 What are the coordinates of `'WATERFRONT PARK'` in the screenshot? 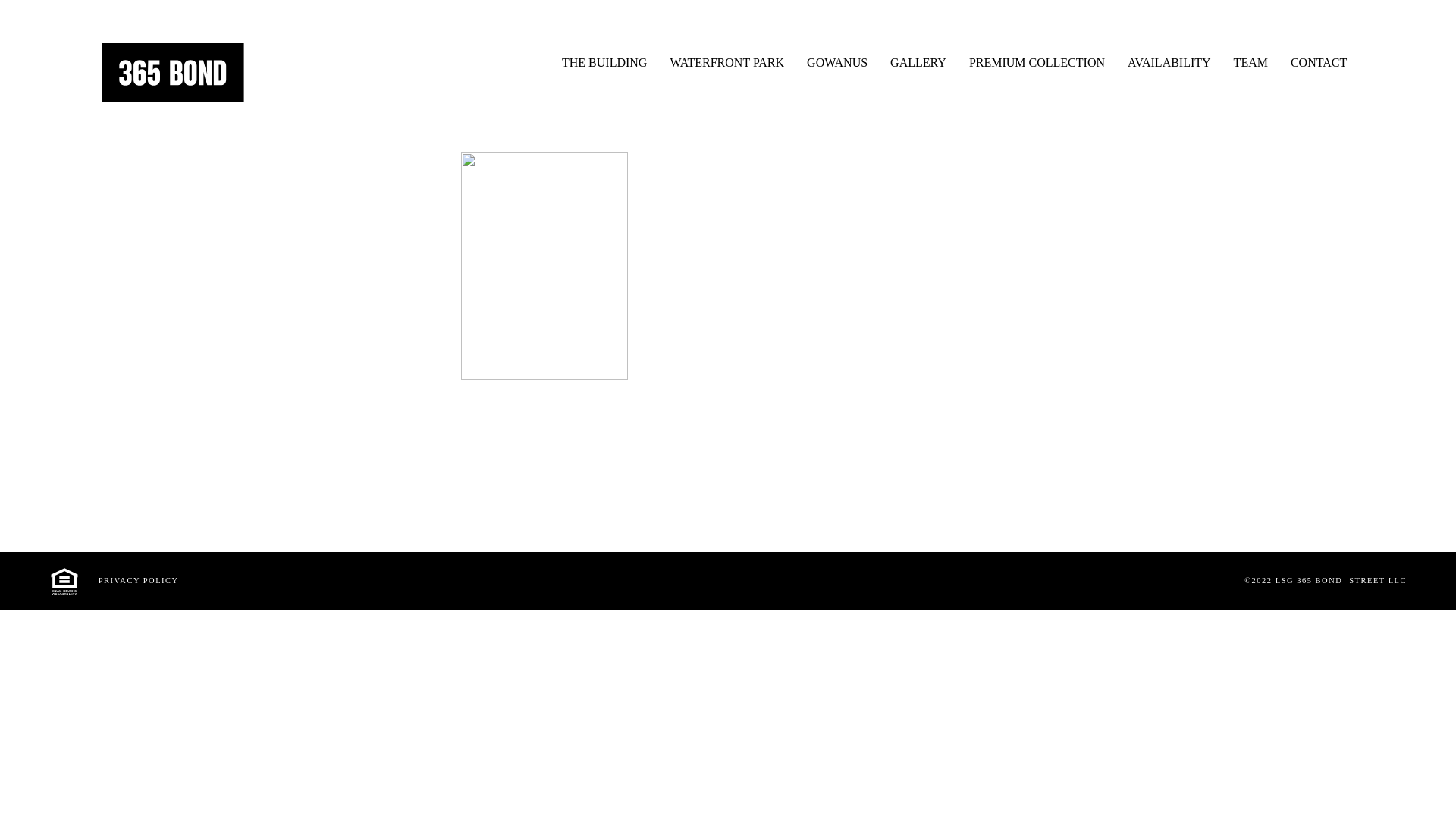 It's located at (726, 58).